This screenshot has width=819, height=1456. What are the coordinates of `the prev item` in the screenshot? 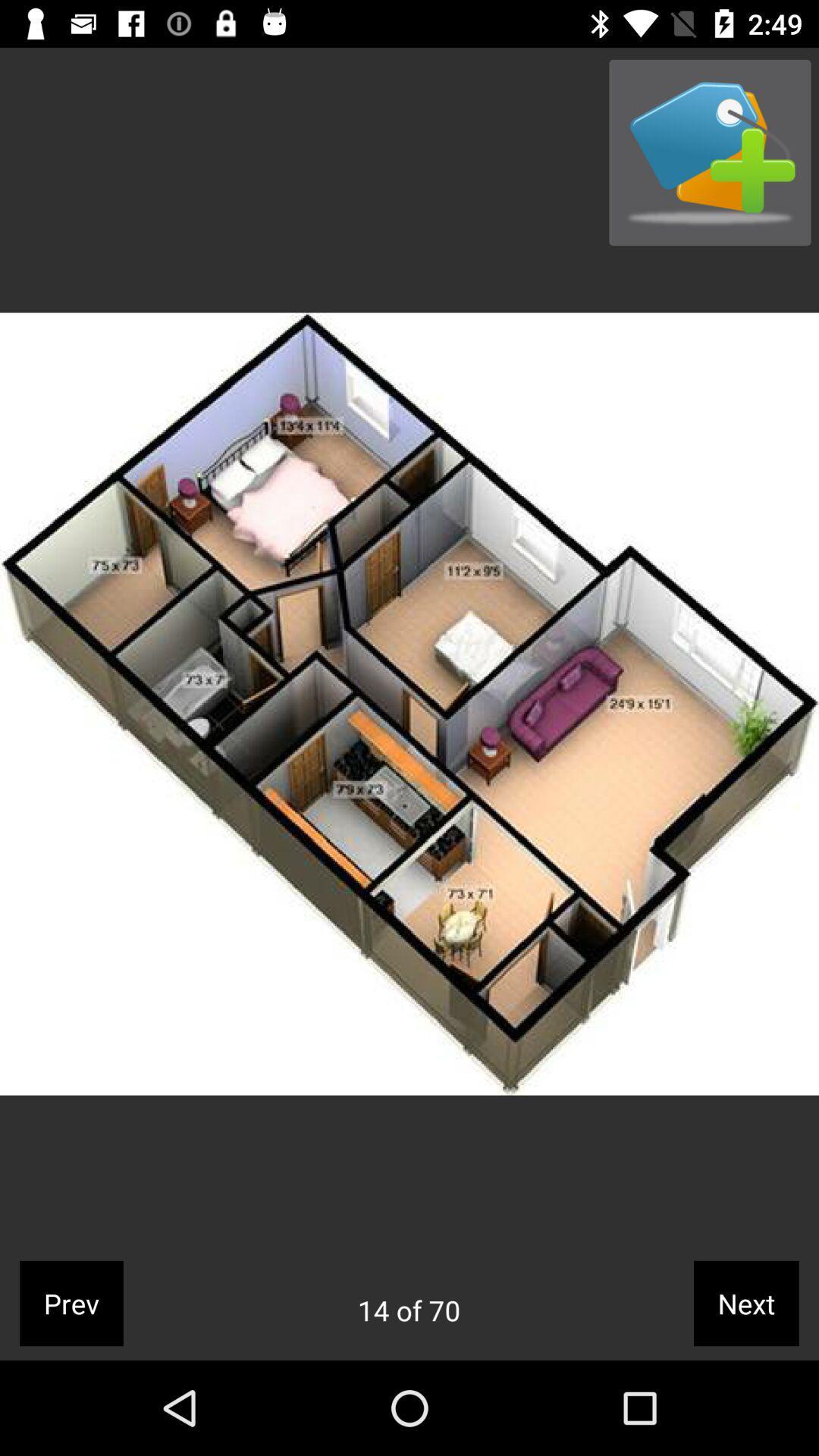 It's located at (71, 1302).